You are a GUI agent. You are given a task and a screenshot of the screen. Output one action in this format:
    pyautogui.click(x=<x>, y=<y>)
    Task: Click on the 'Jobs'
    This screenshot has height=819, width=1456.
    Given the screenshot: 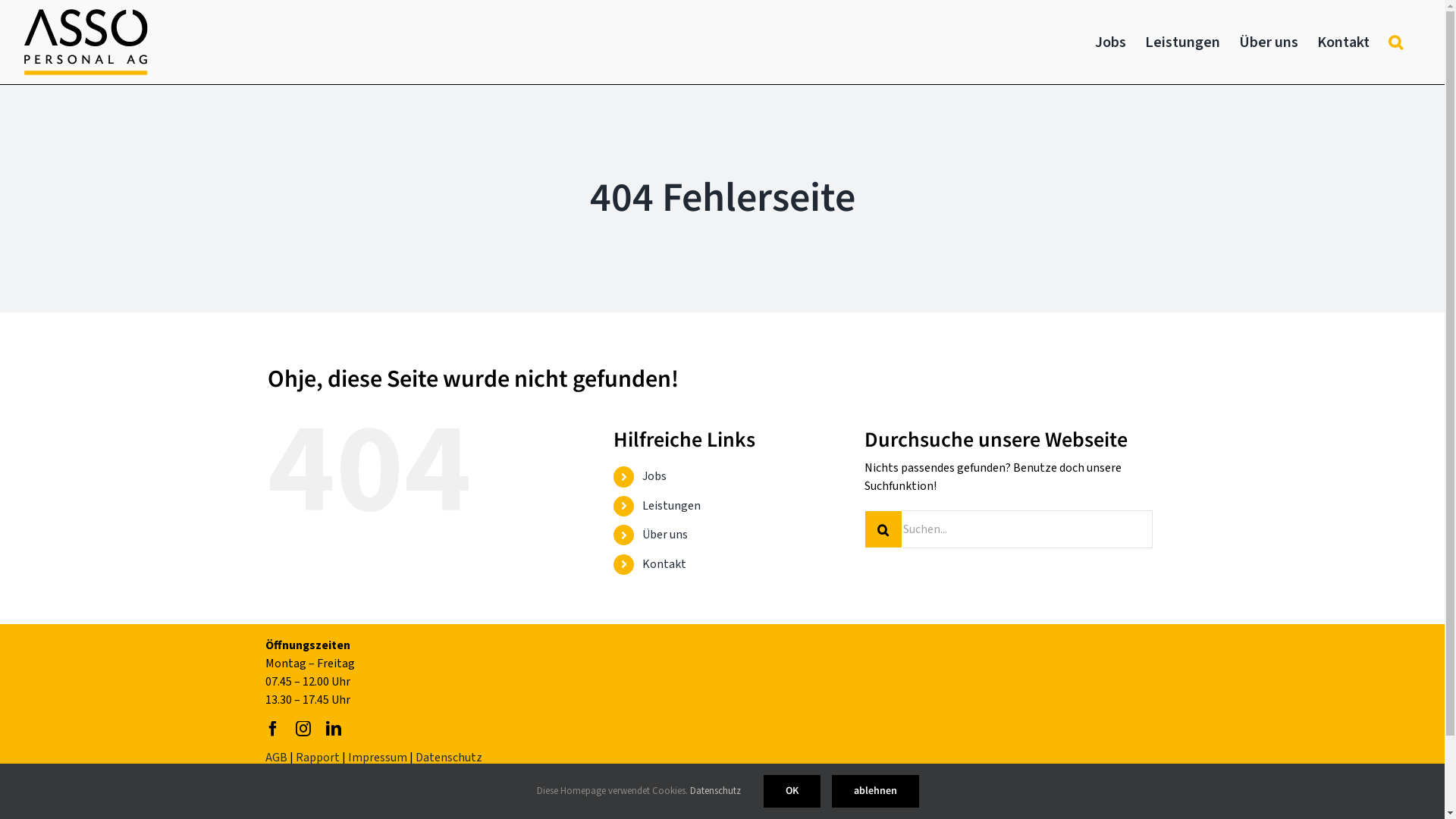 What is the action you would take?
    pyautogui.click(x=1095, y=41)
    